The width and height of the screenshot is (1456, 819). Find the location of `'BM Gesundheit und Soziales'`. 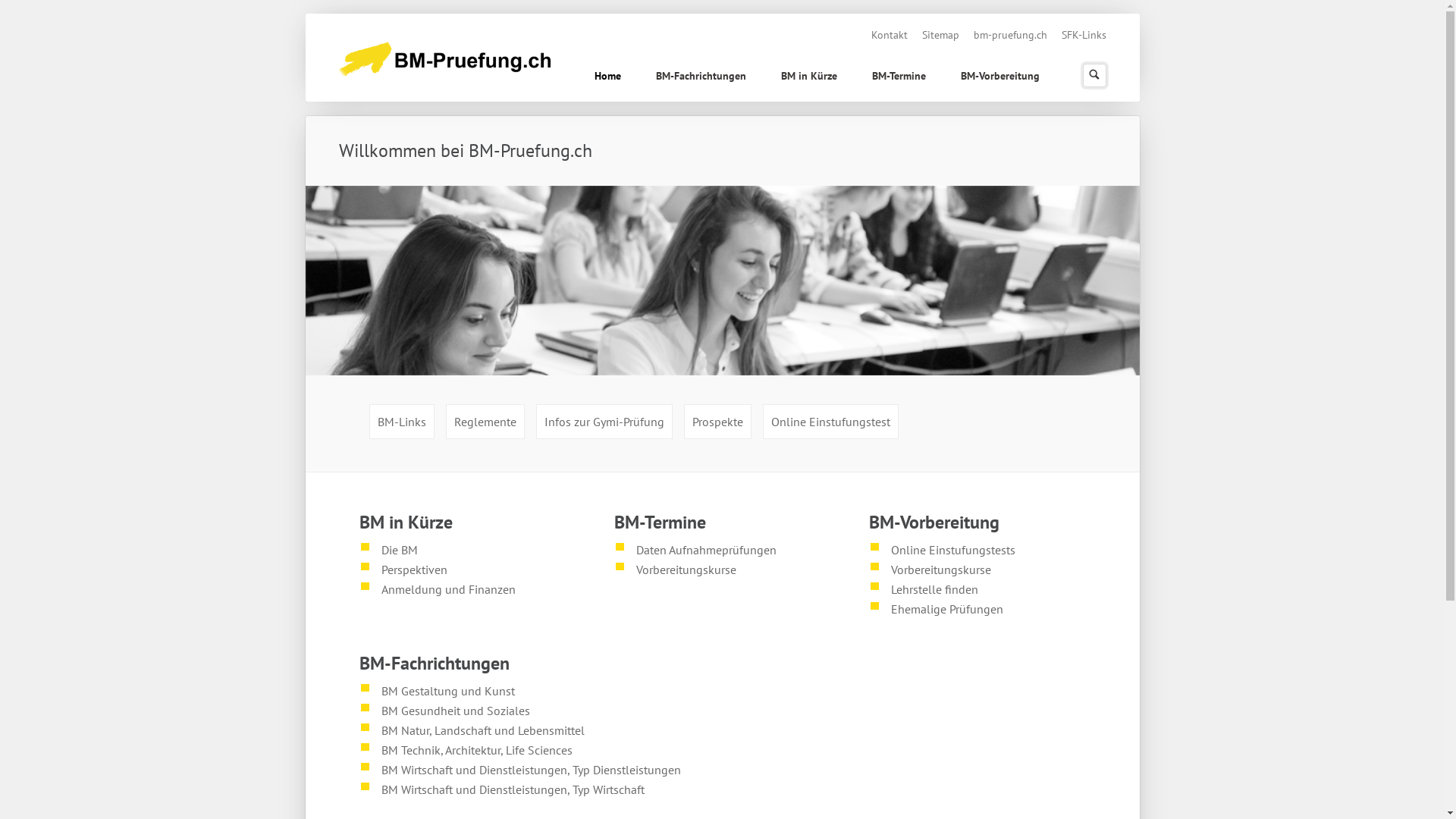

'BM Gesundheit und Soziales' is located at coordinates (381, 711).